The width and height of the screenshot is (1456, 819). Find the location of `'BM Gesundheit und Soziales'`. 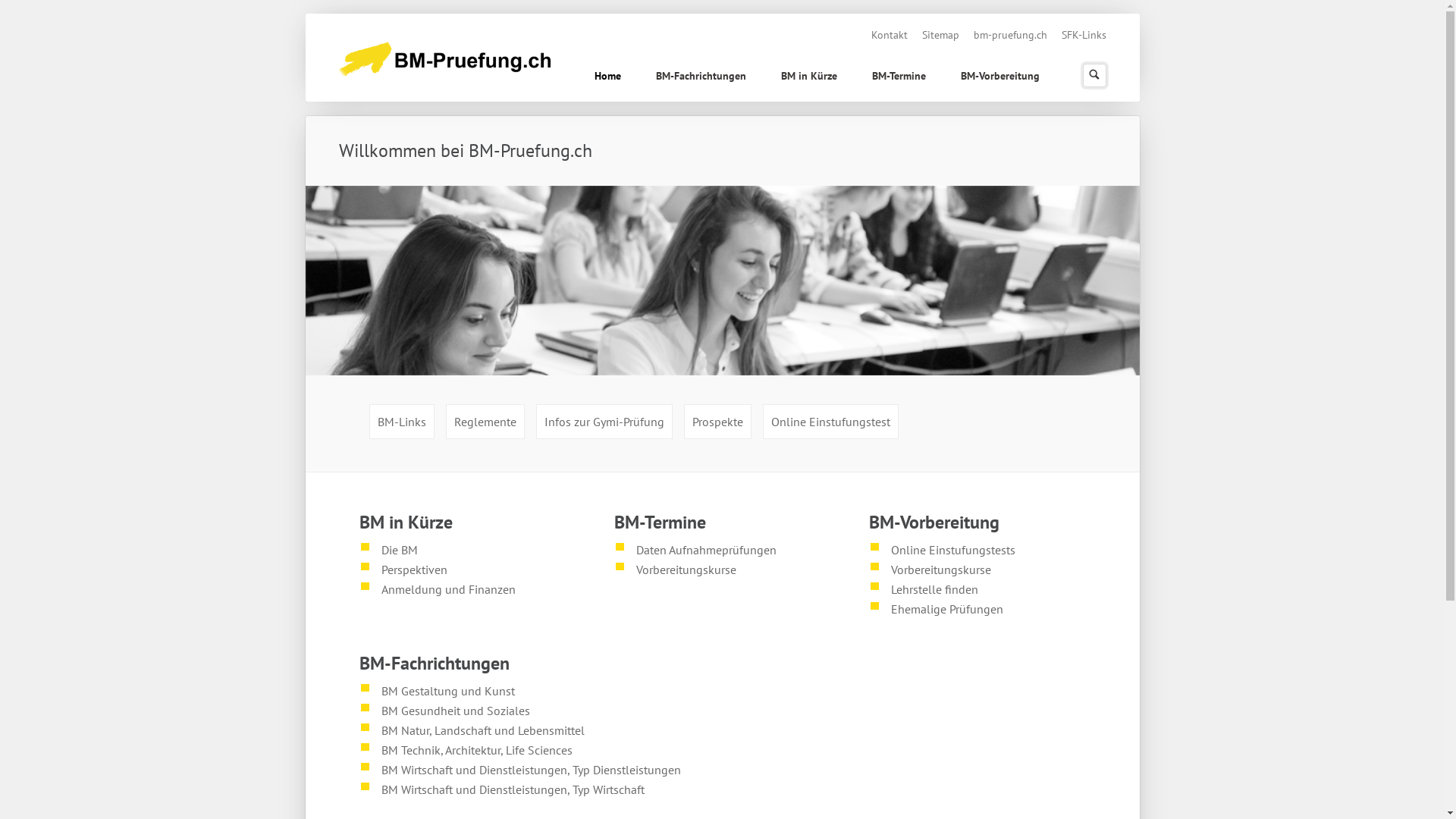

'BM Gesundheit und Soziales' is located at coordinates (381, 711).